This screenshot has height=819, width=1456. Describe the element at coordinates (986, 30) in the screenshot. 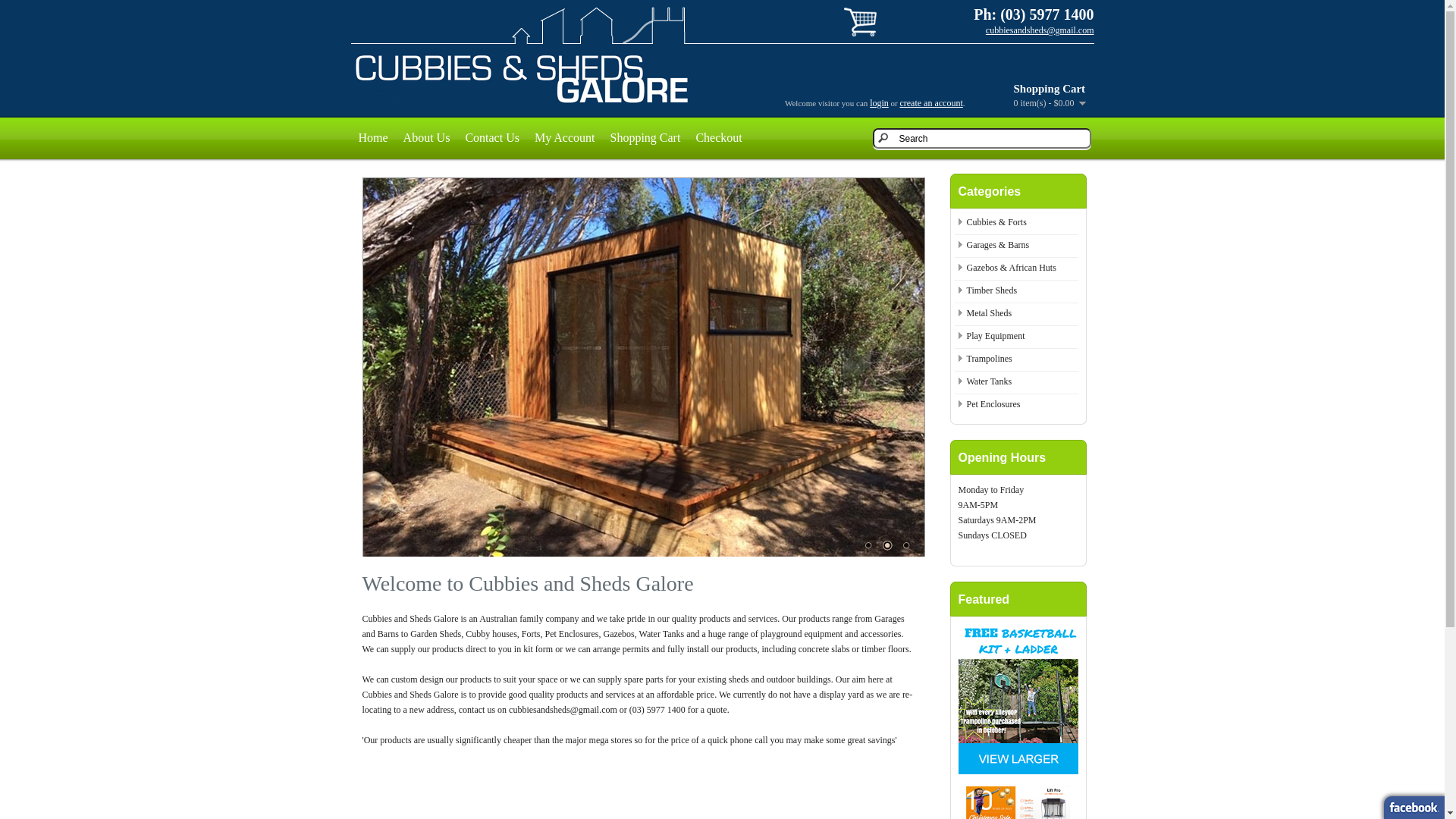

I see `'cubbiesandsheds@gmail.com'` at that location.